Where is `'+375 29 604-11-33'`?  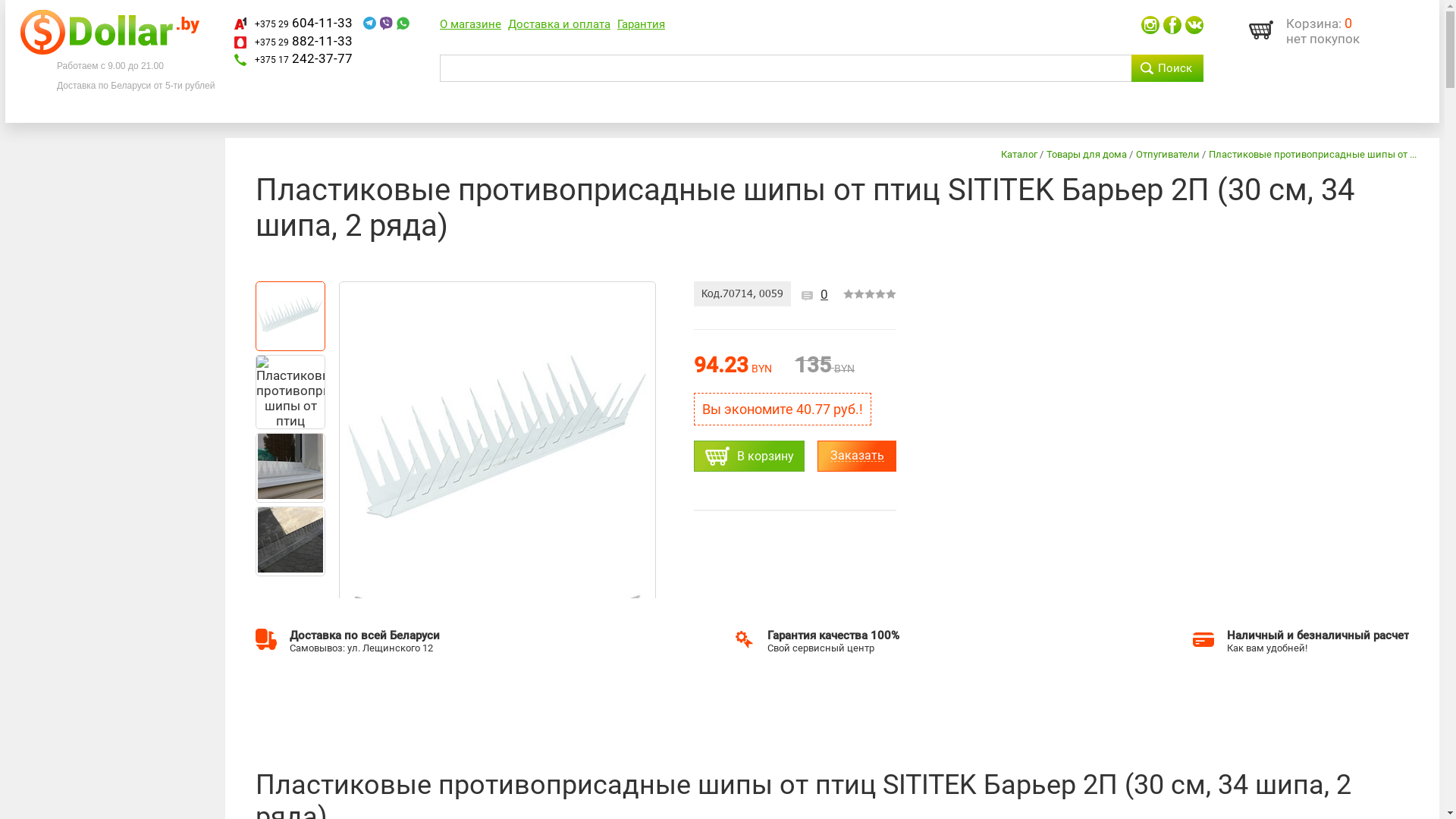 '+375 29 604-11-33' is located at coordinates (303, 23).